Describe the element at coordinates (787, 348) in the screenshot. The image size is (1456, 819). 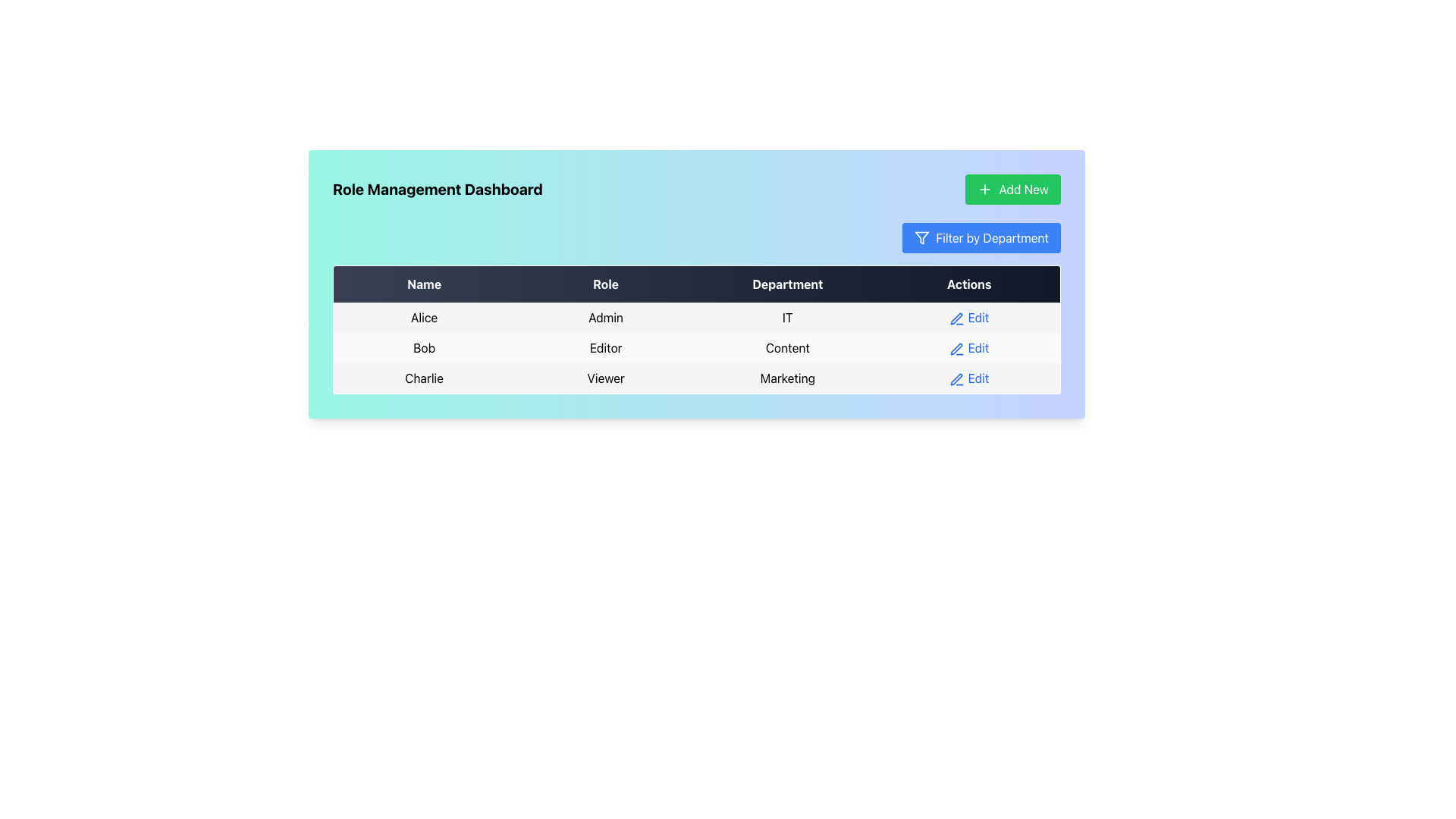
I see `text label displaying the department associated with the user 'Bob', which is located in the third column under the 'Department' header` at that location.